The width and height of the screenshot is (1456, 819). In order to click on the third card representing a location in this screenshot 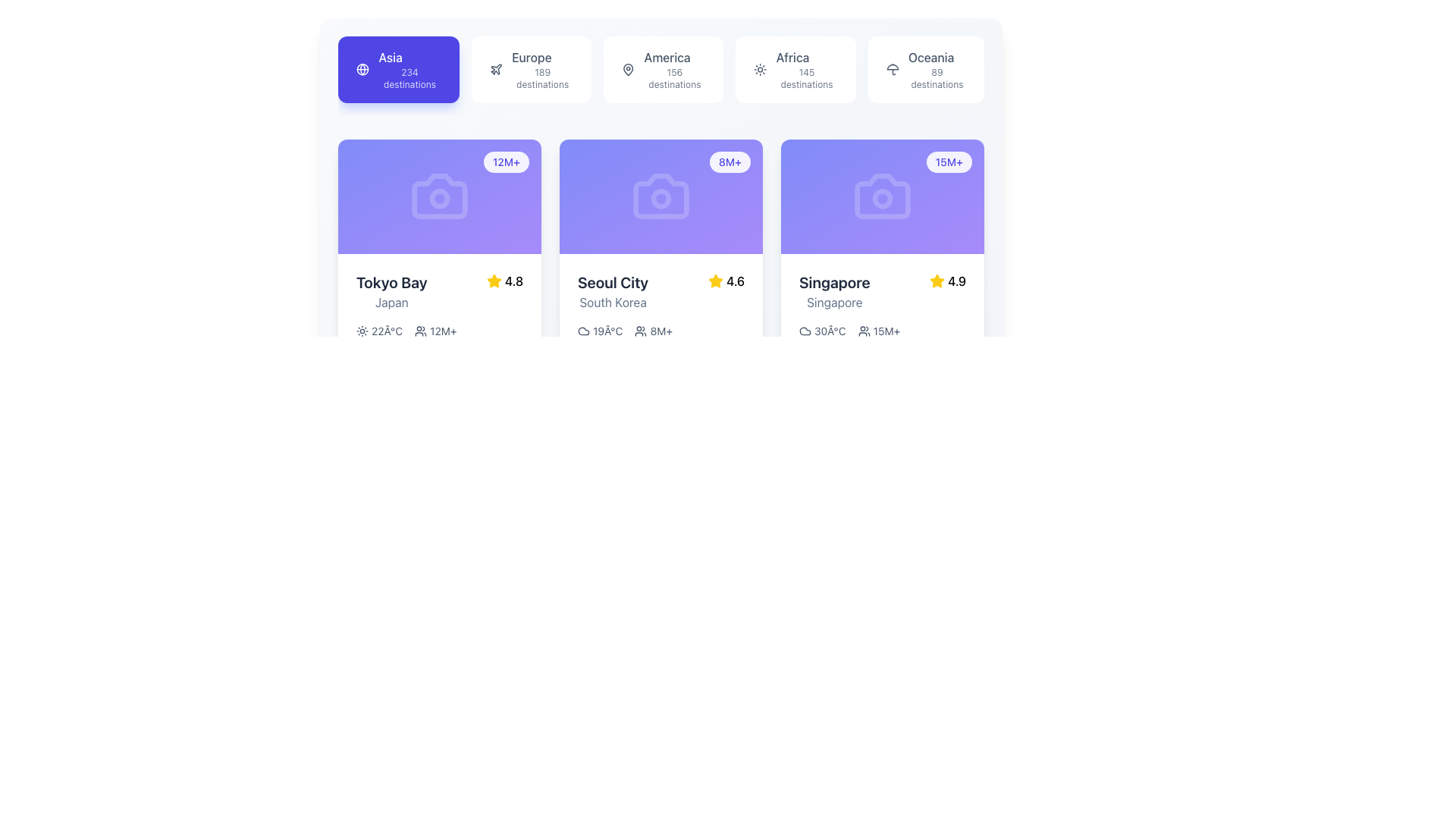, I will do `click(882, 297)`.